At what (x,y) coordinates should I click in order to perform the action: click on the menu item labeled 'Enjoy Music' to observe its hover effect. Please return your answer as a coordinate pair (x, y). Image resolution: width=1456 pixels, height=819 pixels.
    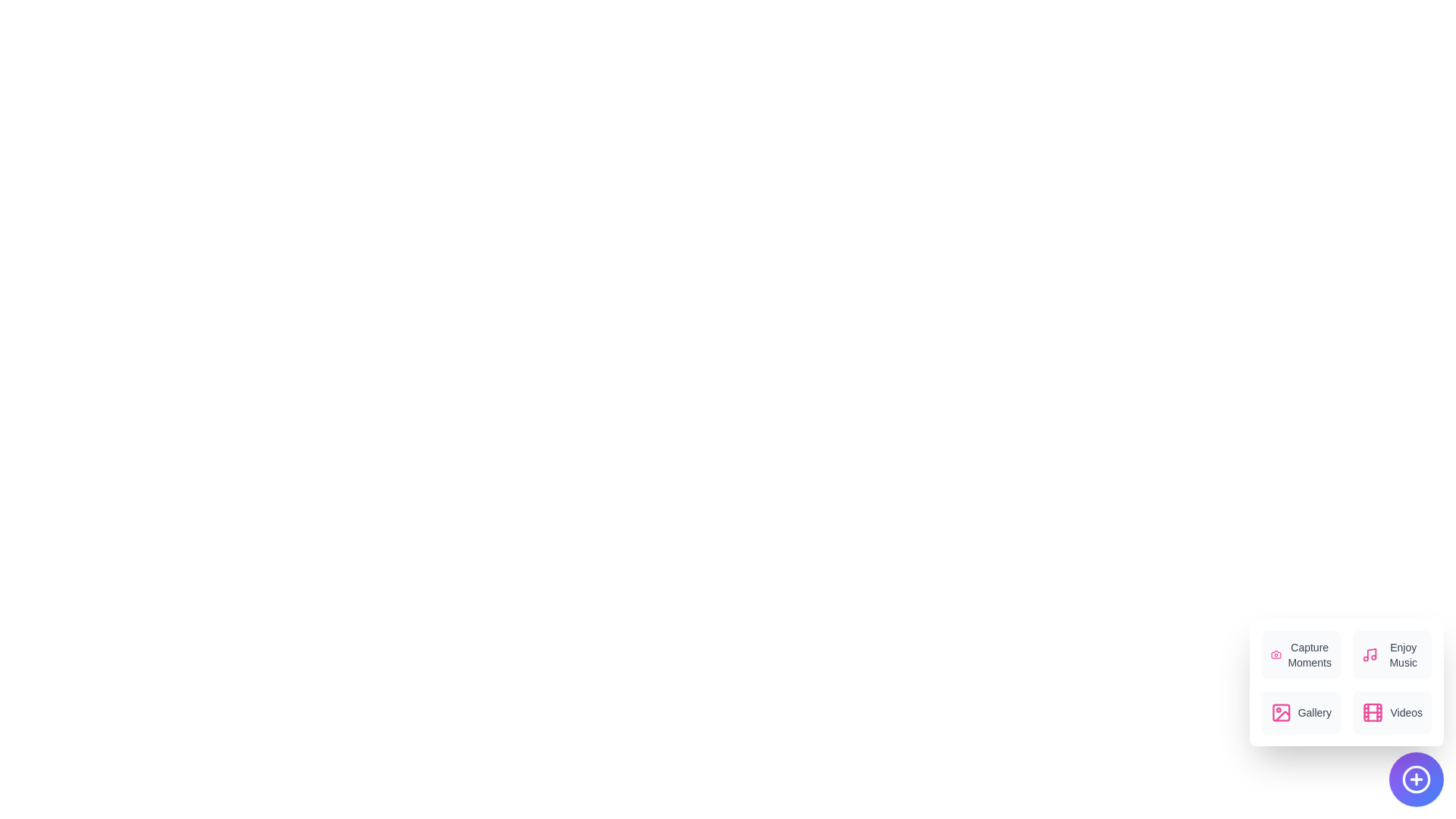
    Looking at the image, I should click on (1392, 654).